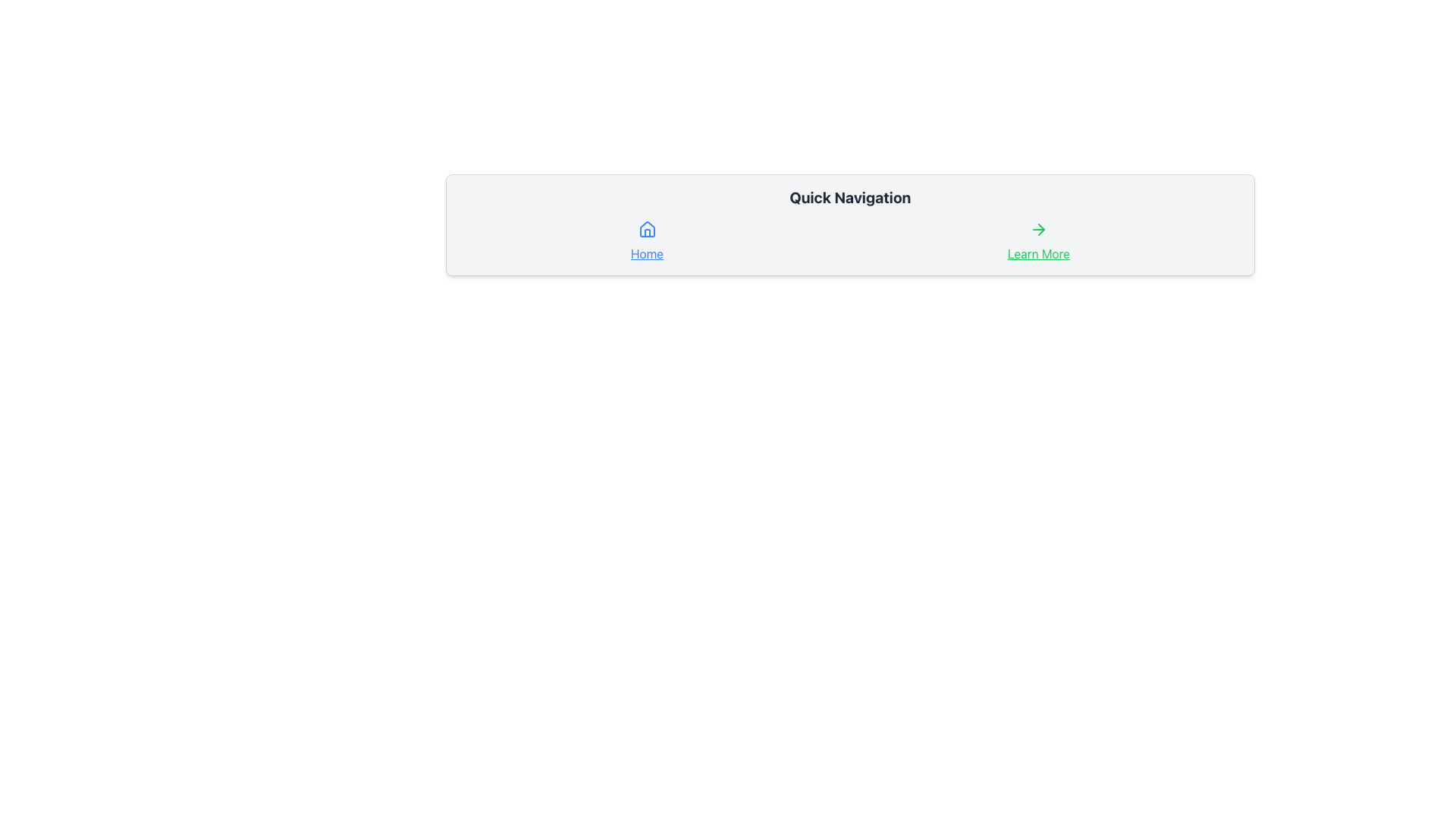 This screenshot has height=819, width=1456. I want to click on the blue house-shaped icon in the Quick Navigation section, so click(647, 230).